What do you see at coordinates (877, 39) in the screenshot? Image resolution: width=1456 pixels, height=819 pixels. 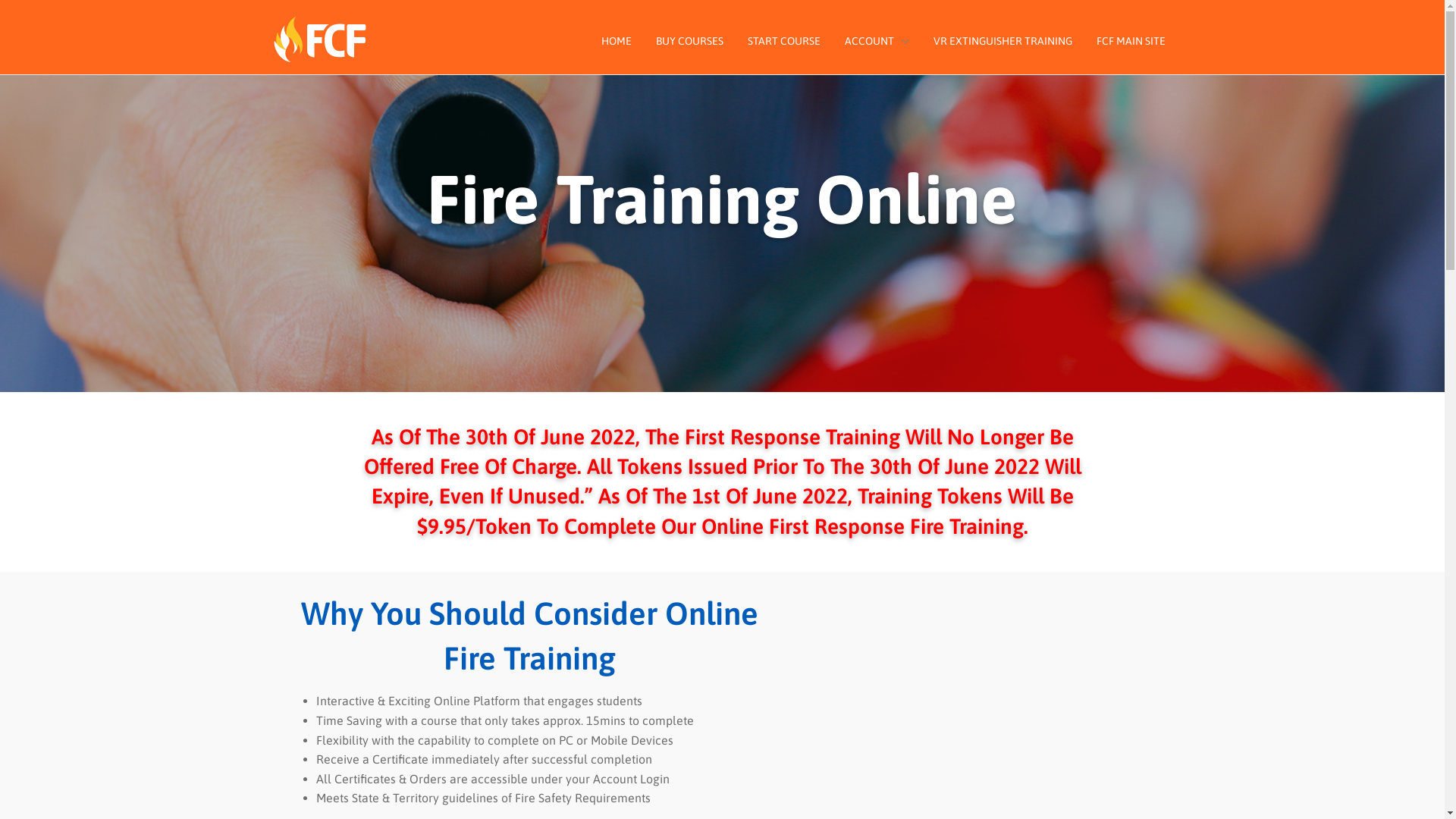 I see `'ACCOUNT'` at bounding box center [877, 39].